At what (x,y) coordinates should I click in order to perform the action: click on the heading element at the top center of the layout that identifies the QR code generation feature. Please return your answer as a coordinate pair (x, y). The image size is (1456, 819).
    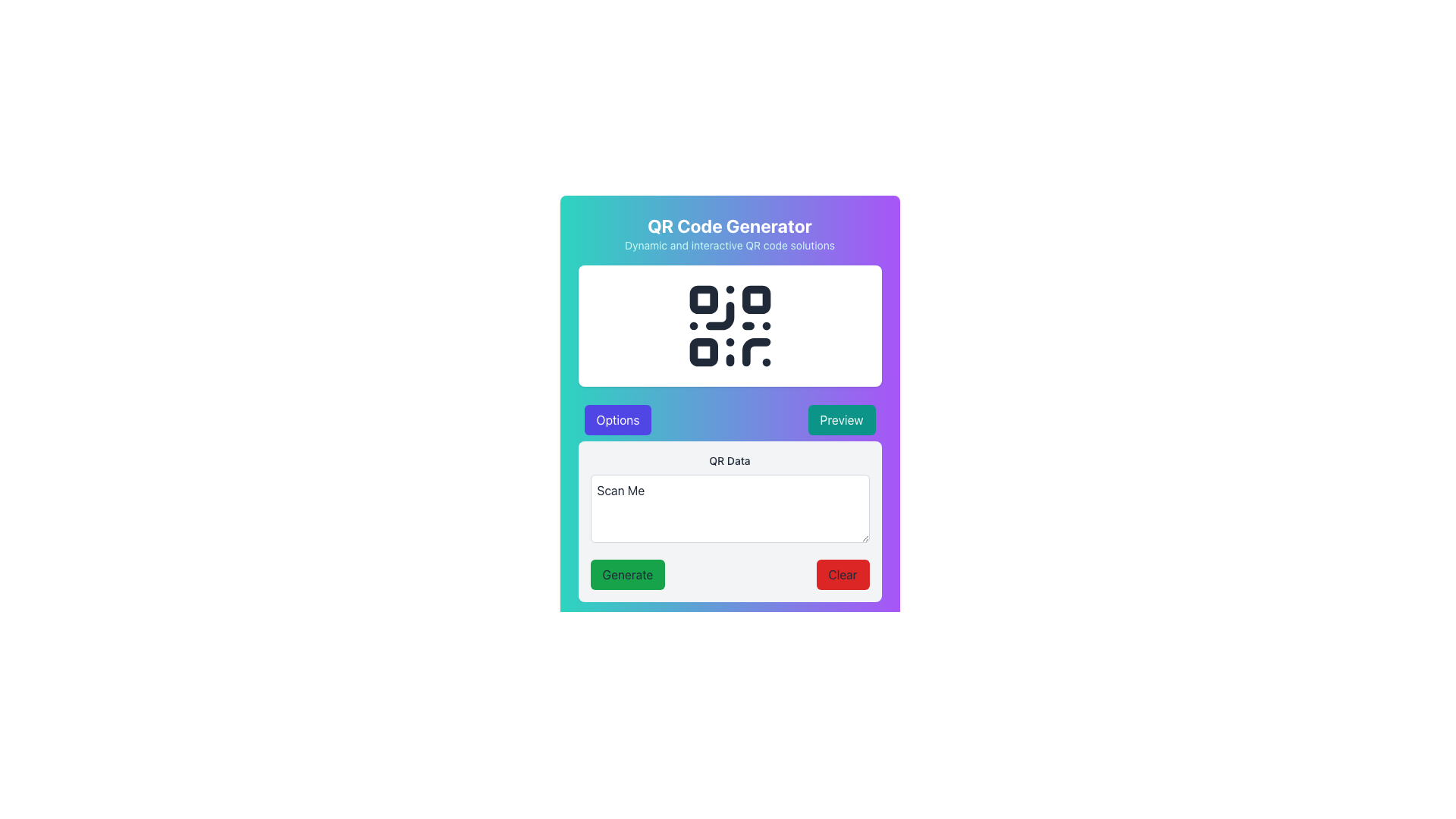
    Looking at the image, I should click on (730, 225).